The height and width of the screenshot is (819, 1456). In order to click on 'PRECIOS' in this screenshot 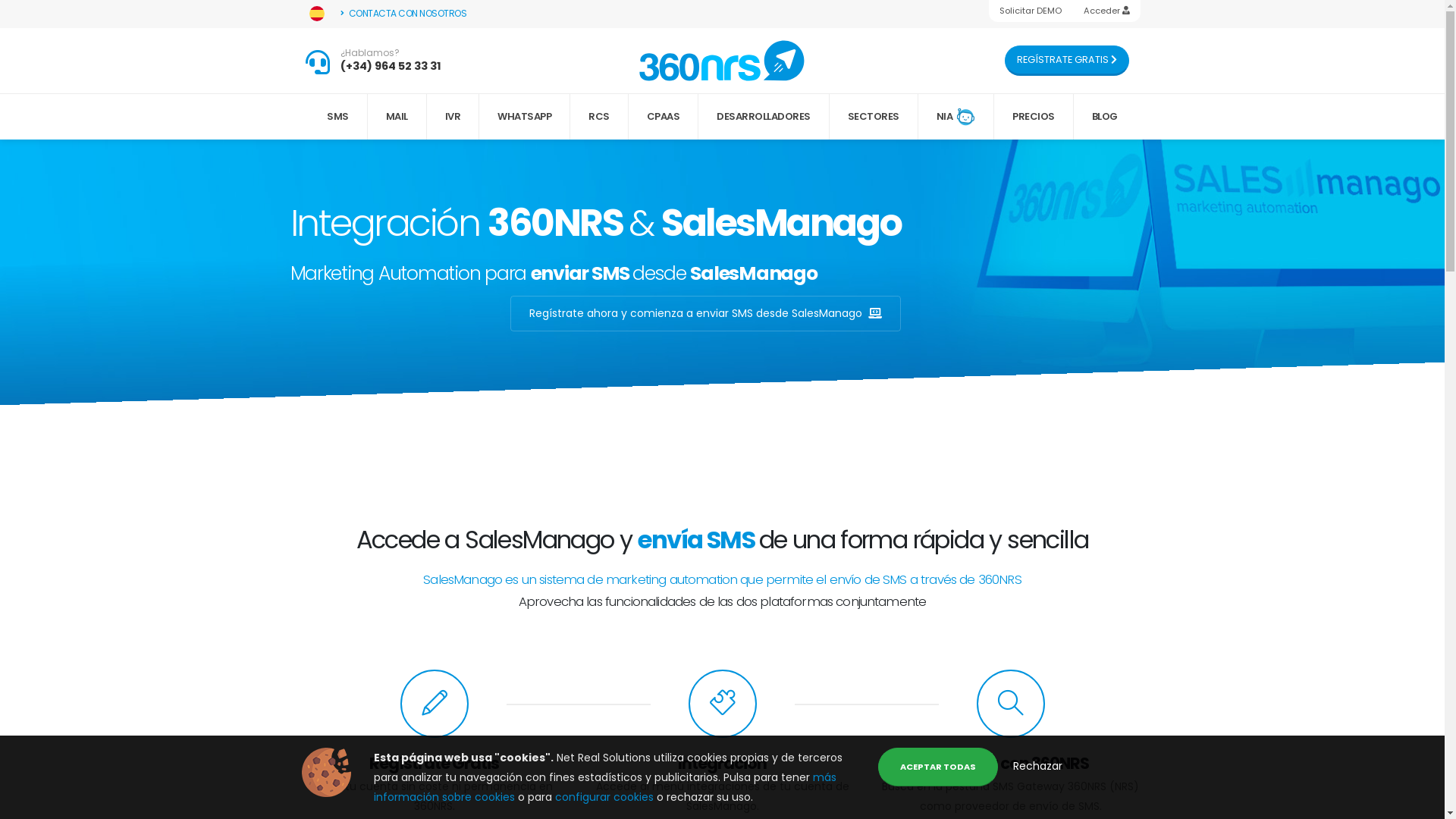, I will do `click(1033, 116)`.